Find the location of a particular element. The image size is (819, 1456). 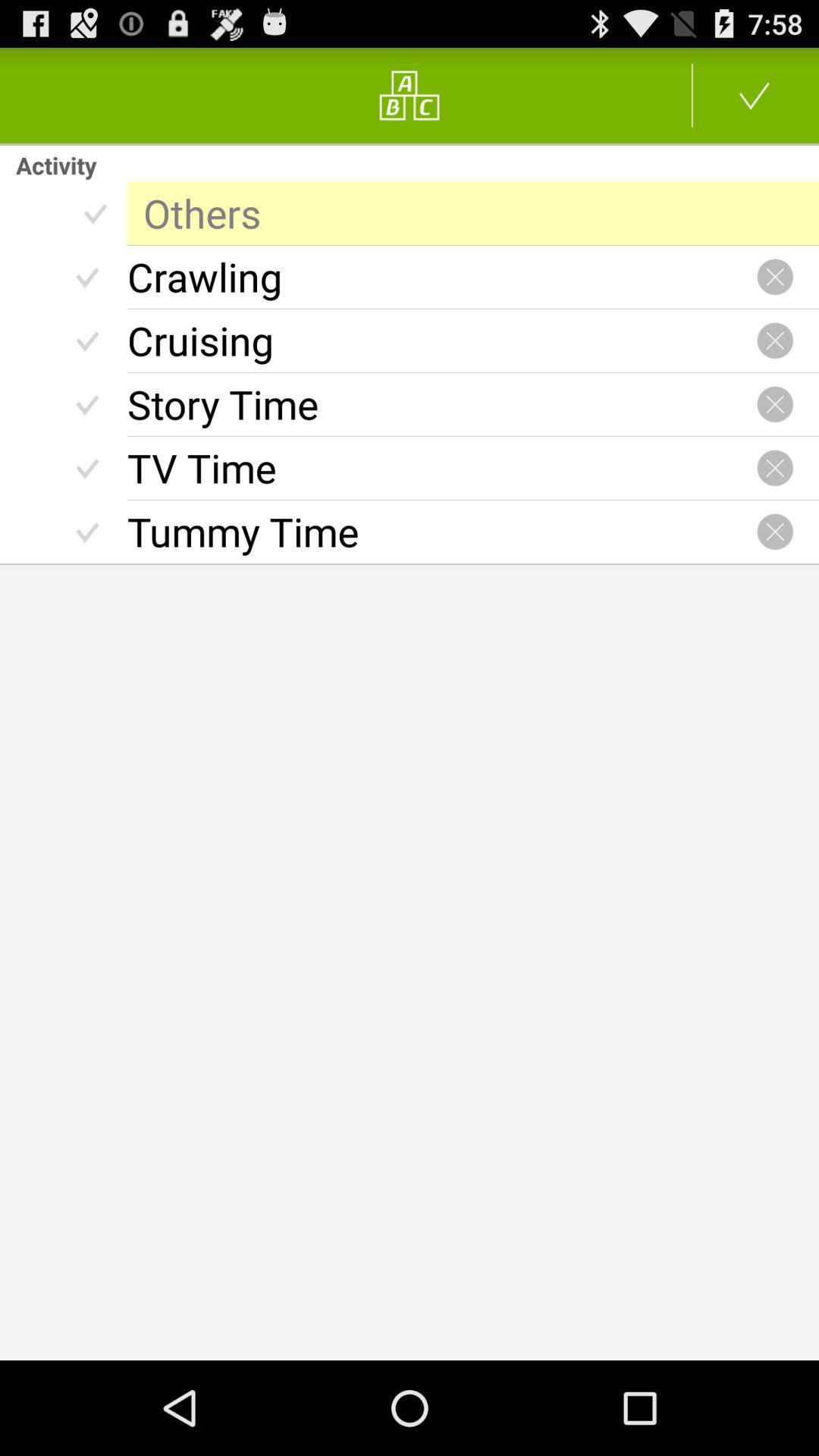

others is located at coordinates (472, 212).